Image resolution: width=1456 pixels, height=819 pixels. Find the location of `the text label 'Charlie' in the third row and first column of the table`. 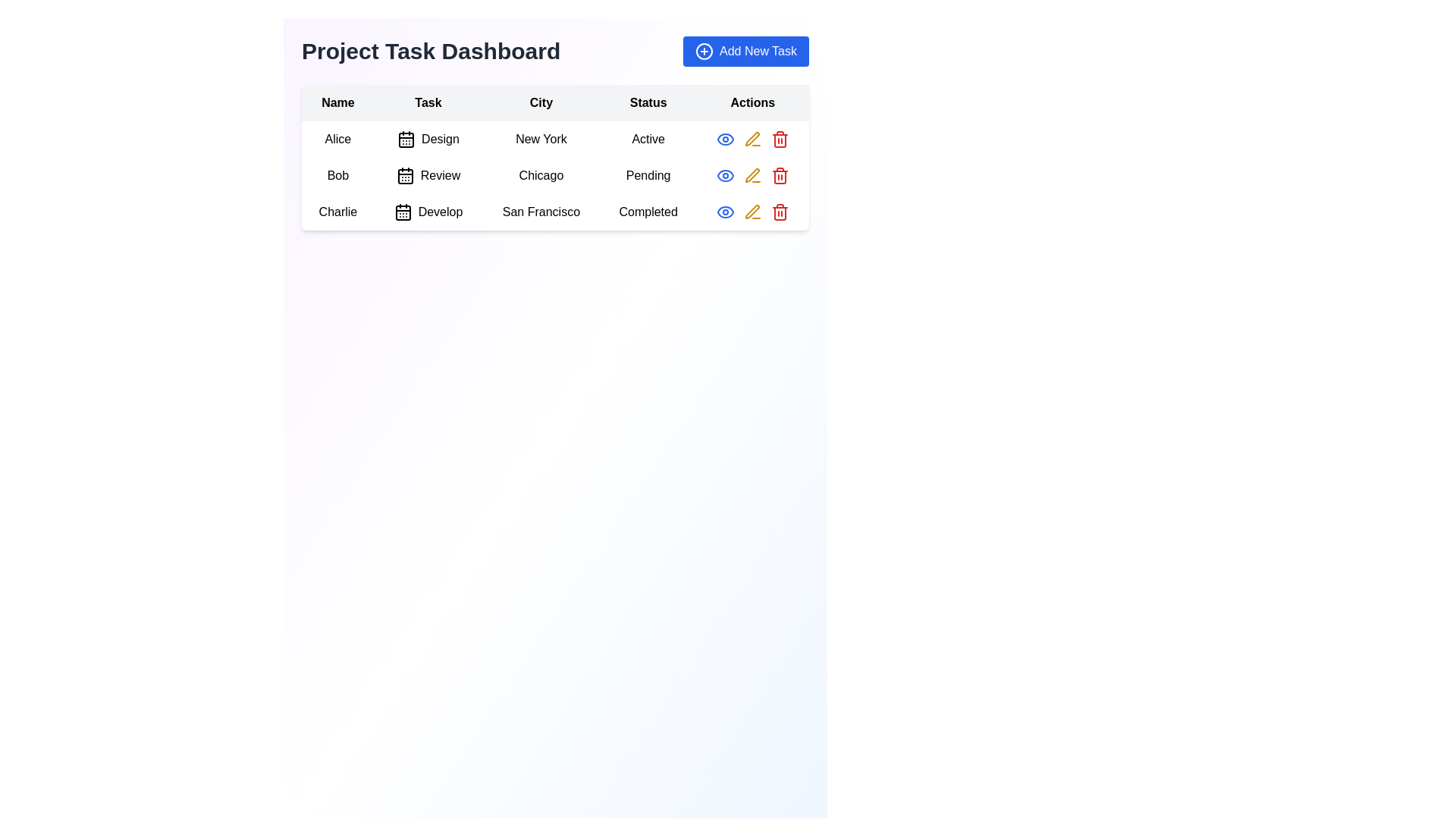

the text label 'Charlie' in the third row and first column of the table is located at coordinates (337, 212).